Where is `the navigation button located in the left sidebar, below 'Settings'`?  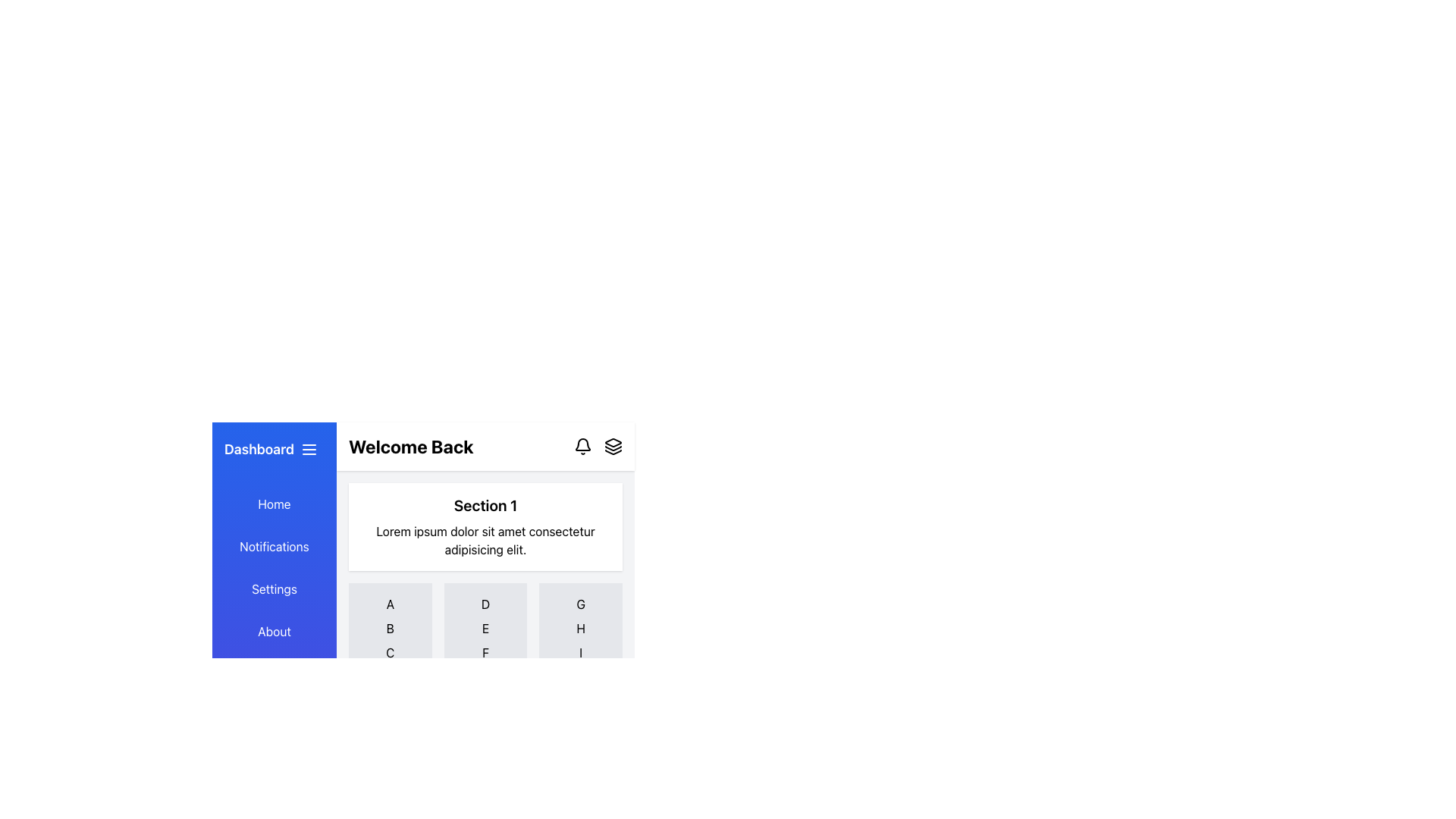
the navigation button located in the left sidebar, below 'Settings' is located at coordinates (274, 632).